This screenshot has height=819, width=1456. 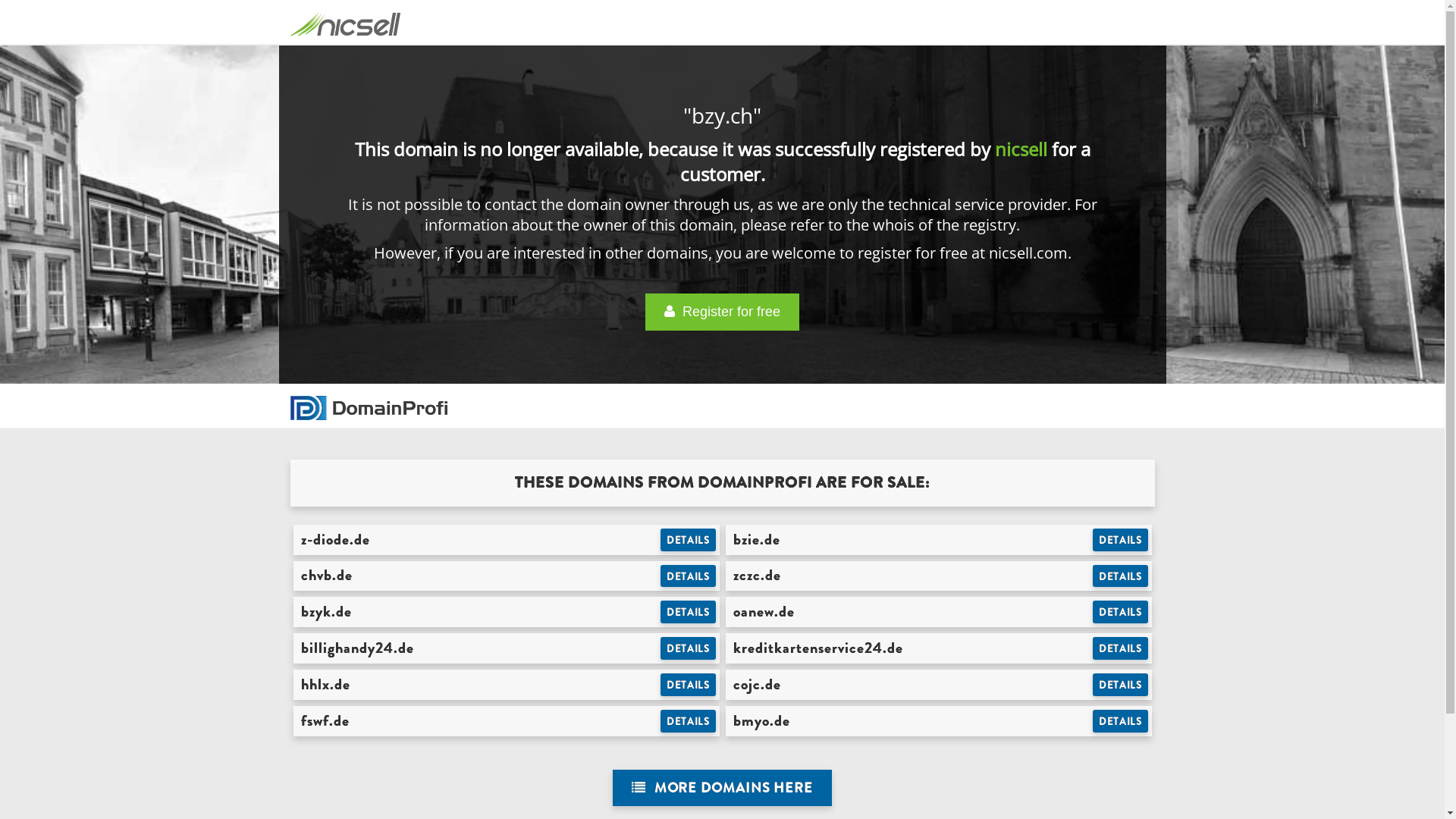 I want to click on 'DETAILS', so click(x=1092, y=720).